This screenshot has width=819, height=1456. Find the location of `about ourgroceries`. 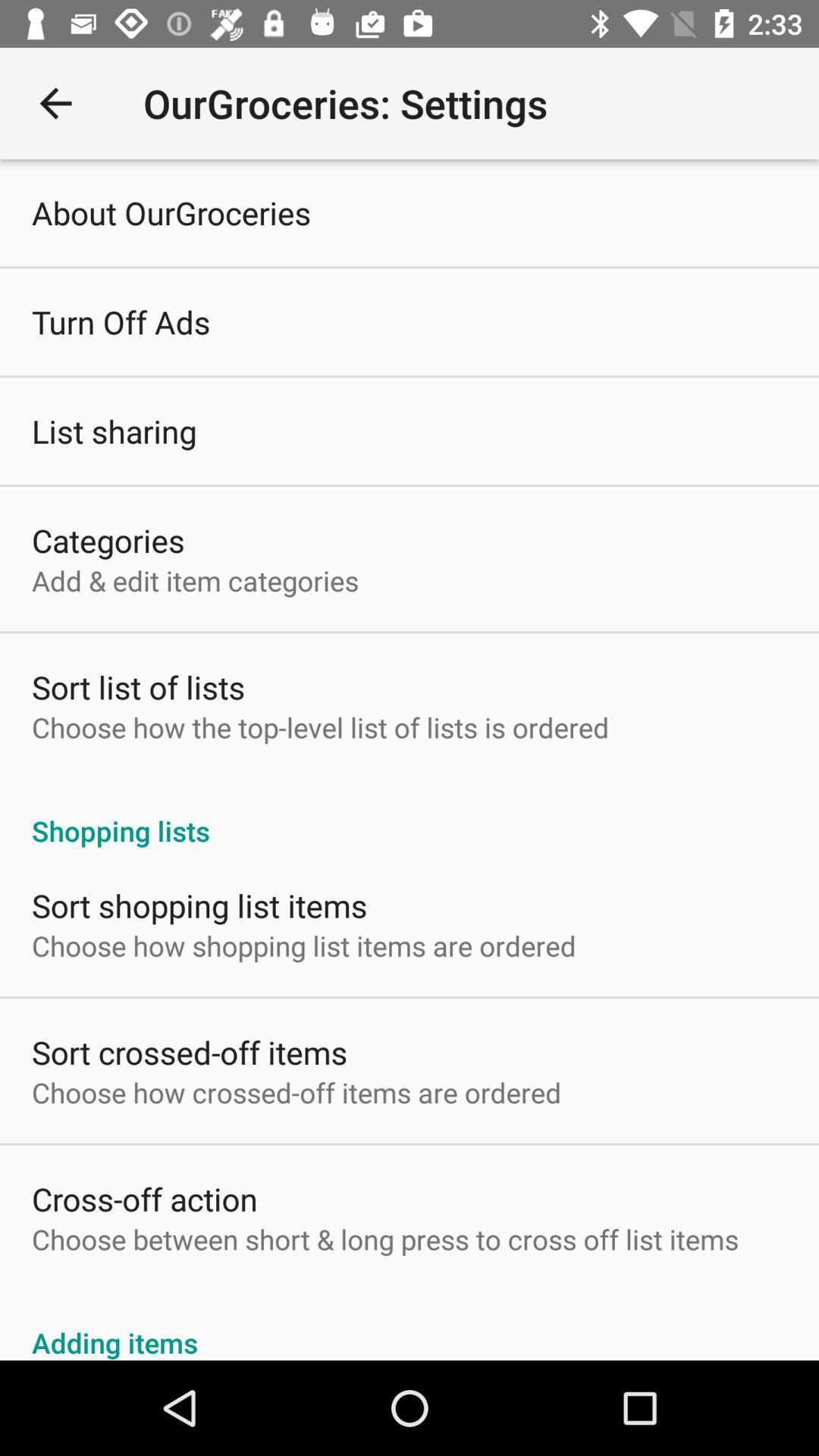

about ourgroceries is located at coordinates (171, 212).